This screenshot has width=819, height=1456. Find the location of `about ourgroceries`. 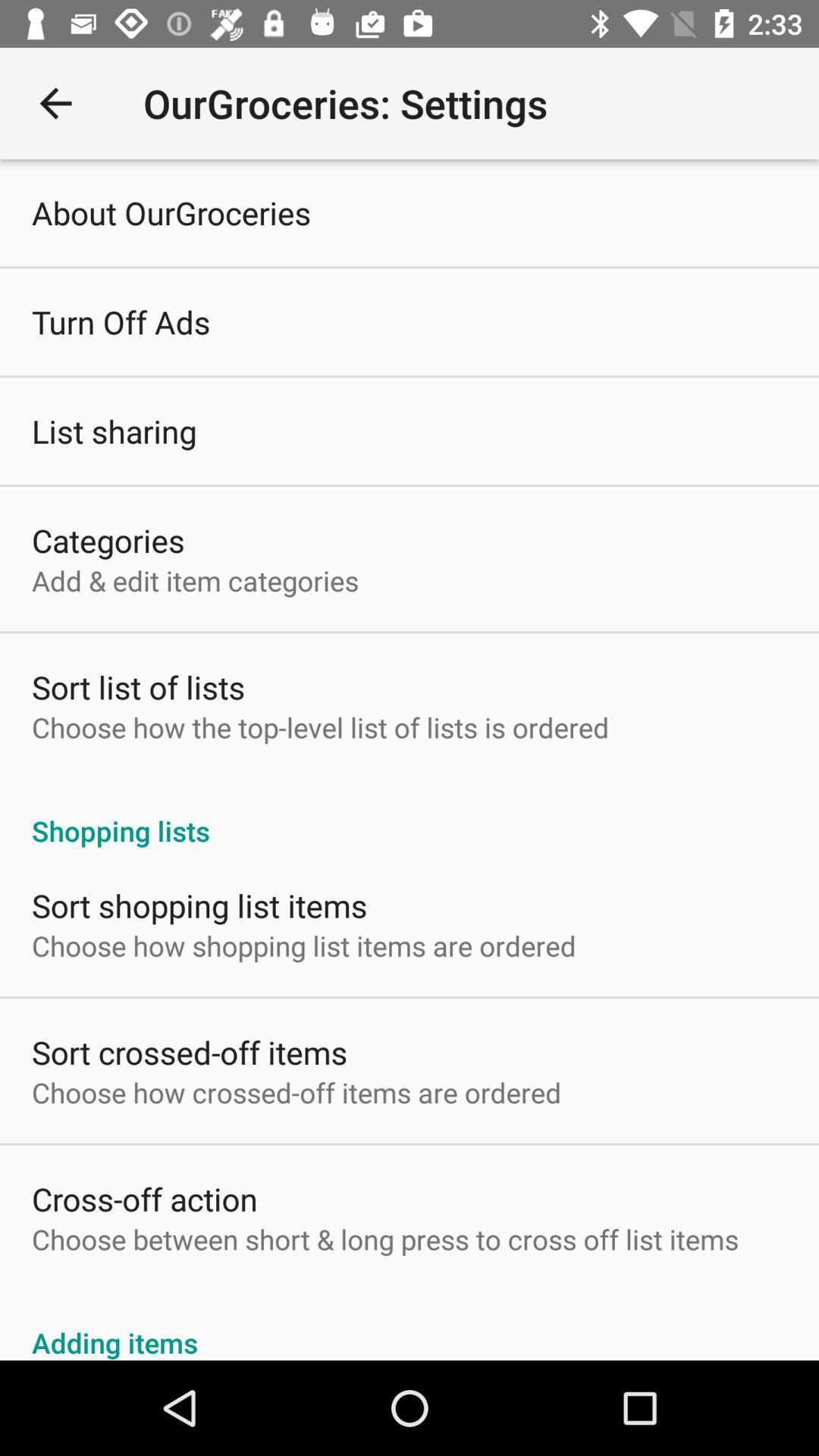

about ourgroceries is located at coordinates (171, 212).